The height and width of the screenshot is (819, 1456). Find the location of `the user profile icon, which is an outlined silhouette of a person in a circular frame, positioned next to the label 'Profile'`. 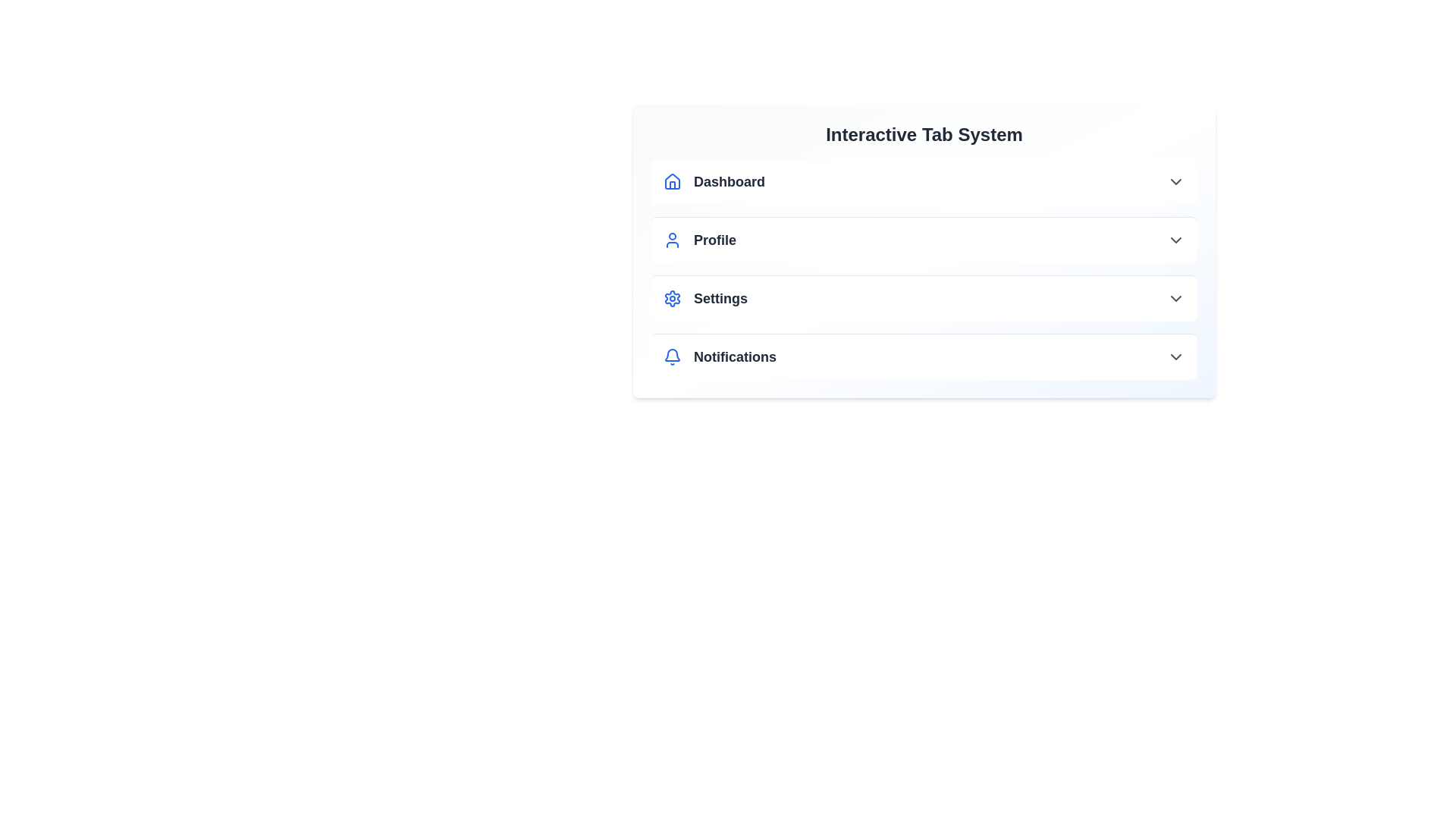

the user profile icon, which is an outlined silhouette of a person in a circular frame, positioned next to the label 'Profile' is located at coordinates (672, 239).